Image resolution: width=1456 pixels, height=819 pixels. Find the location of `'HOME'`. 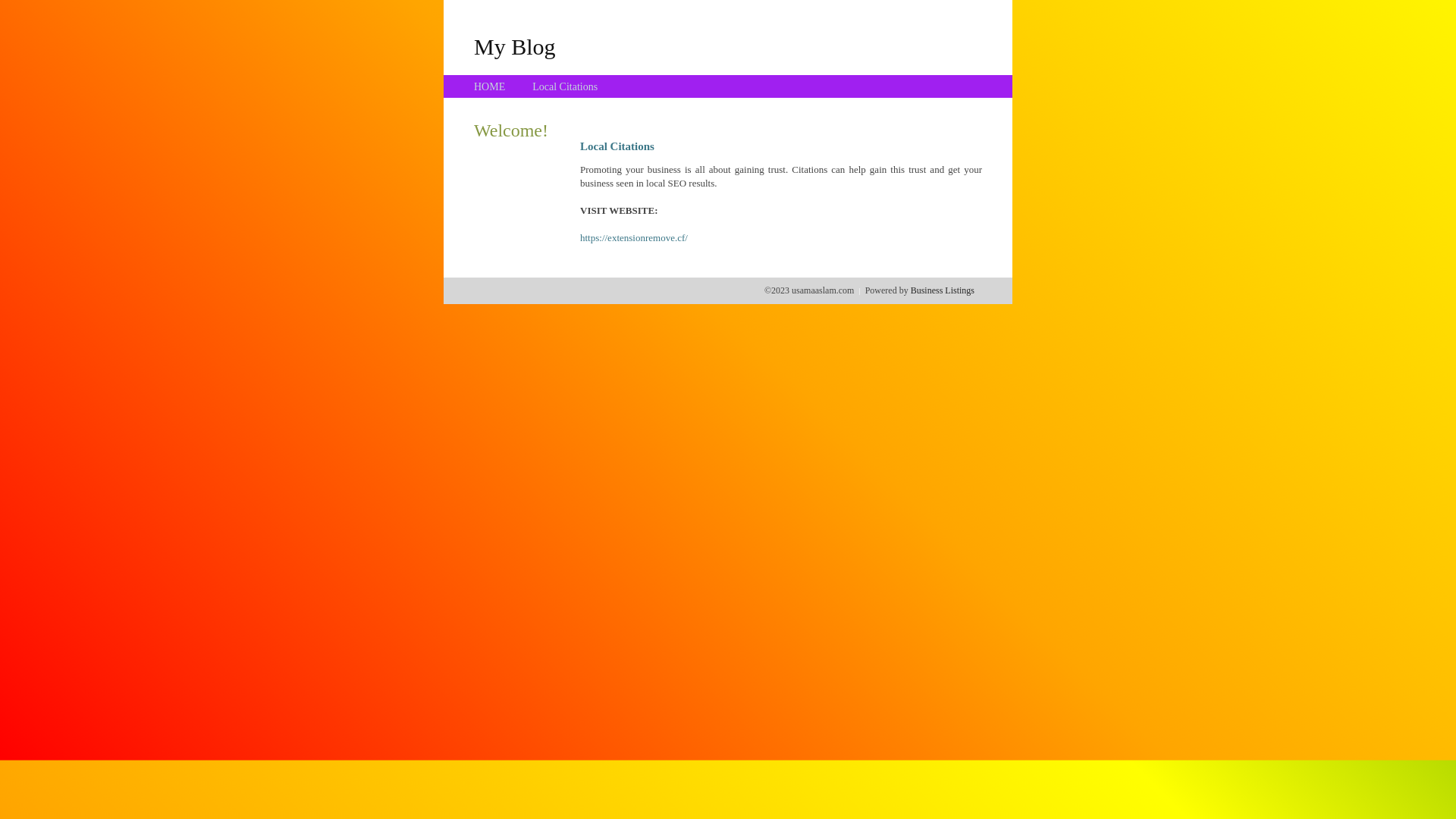

'HOME' is located at coordinates (489, 86).